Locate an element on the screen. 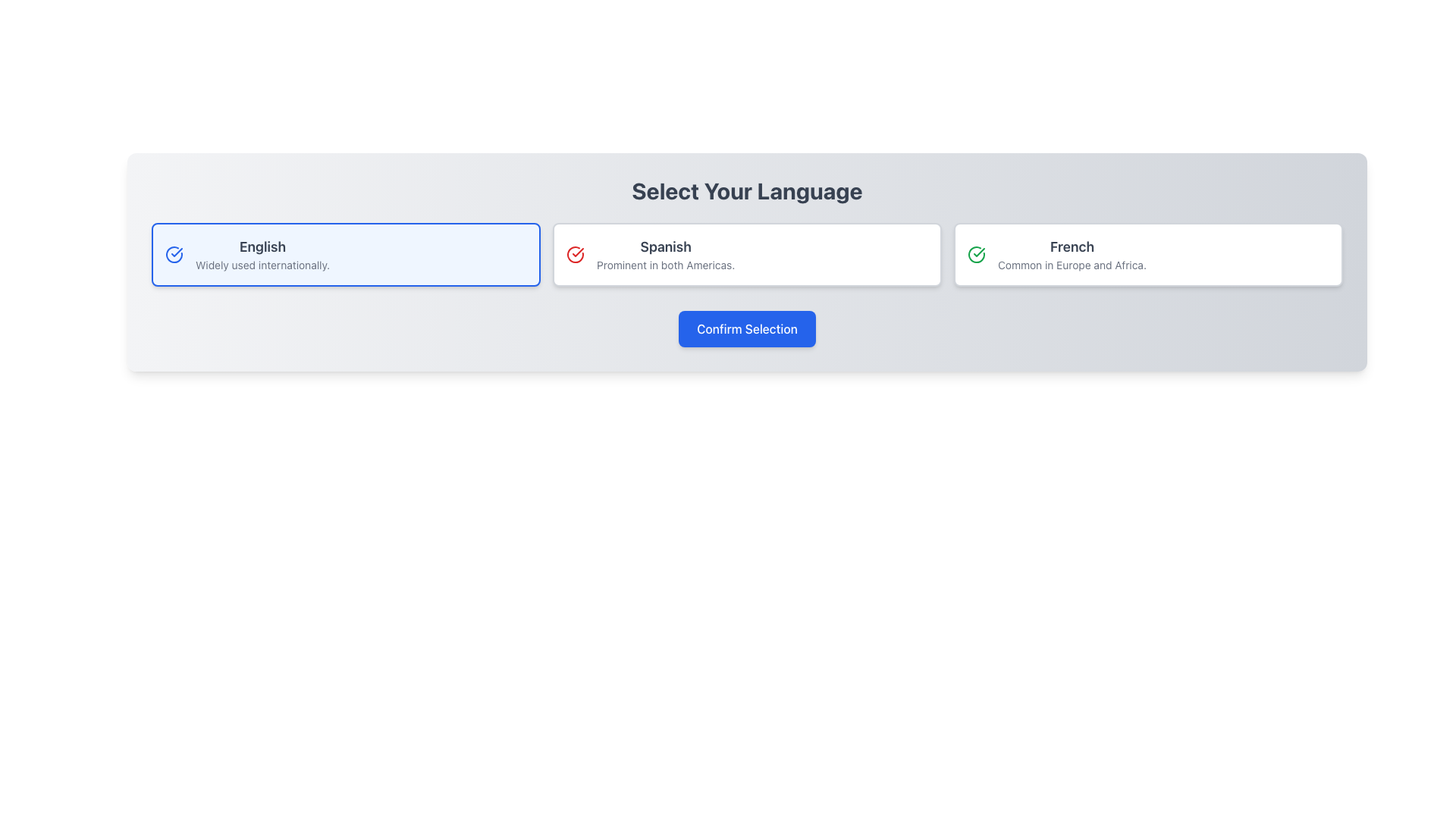 Image resolution: width=1456 pixels, height=819 pixels. the green circular icon with a checkmark located in the 'French' language selection card to confirm the language selection is located at coordinates (976, 253).